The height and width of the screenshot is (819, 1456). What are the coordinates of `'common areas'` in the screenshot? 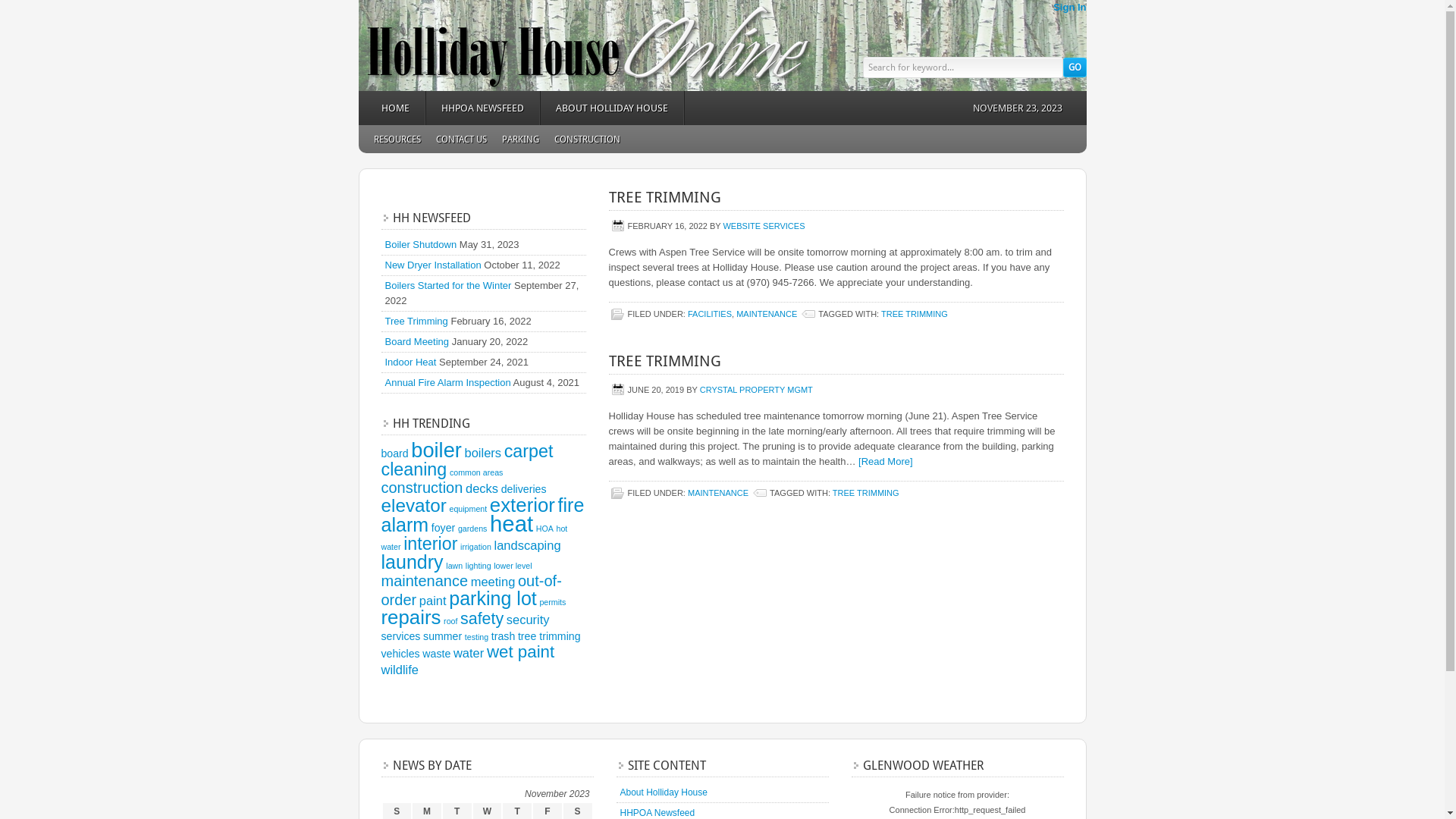 It's located at (475, 472).